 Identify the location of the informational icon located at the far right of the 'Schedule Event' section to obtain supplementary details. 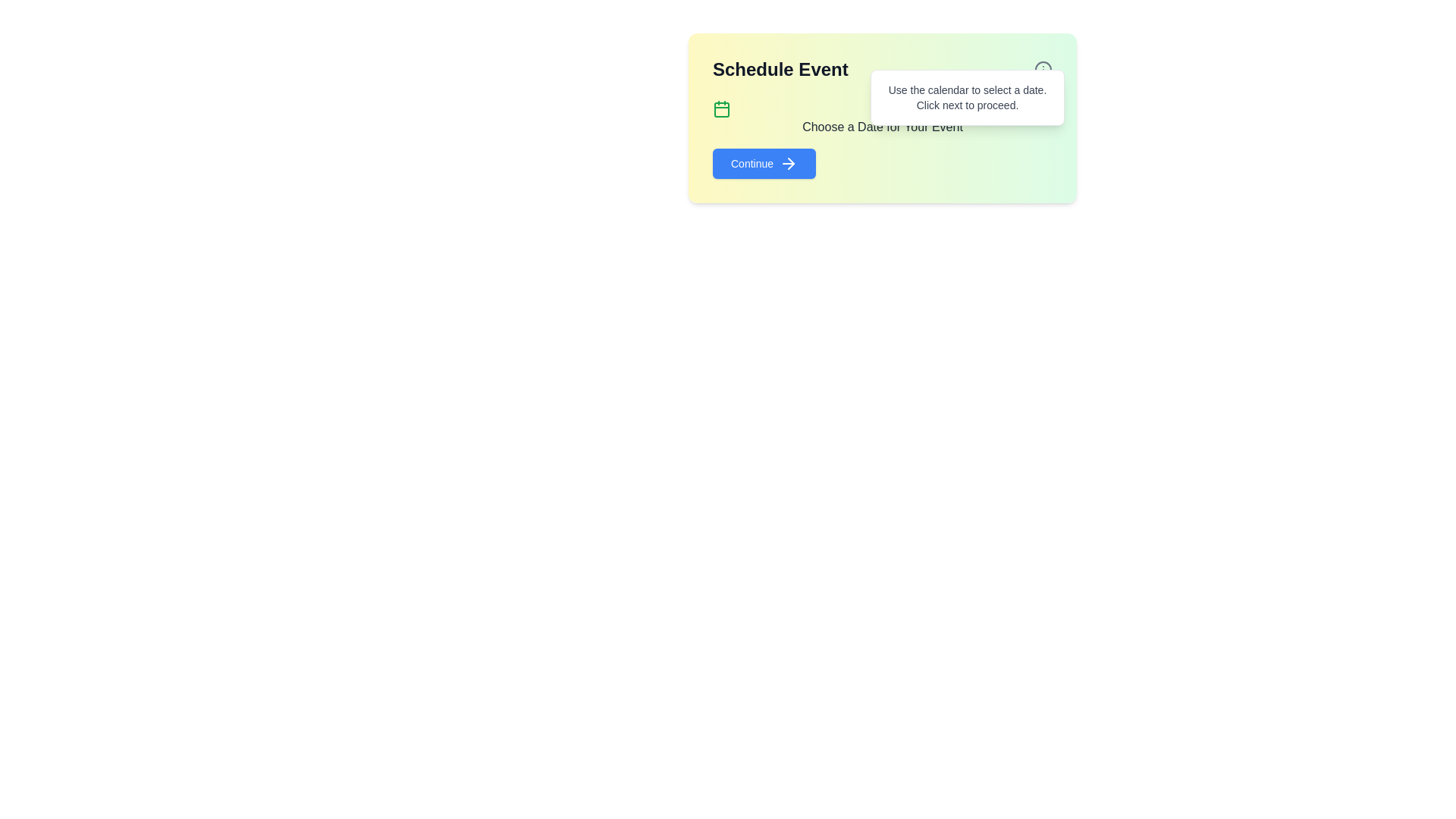
(1043, 70).